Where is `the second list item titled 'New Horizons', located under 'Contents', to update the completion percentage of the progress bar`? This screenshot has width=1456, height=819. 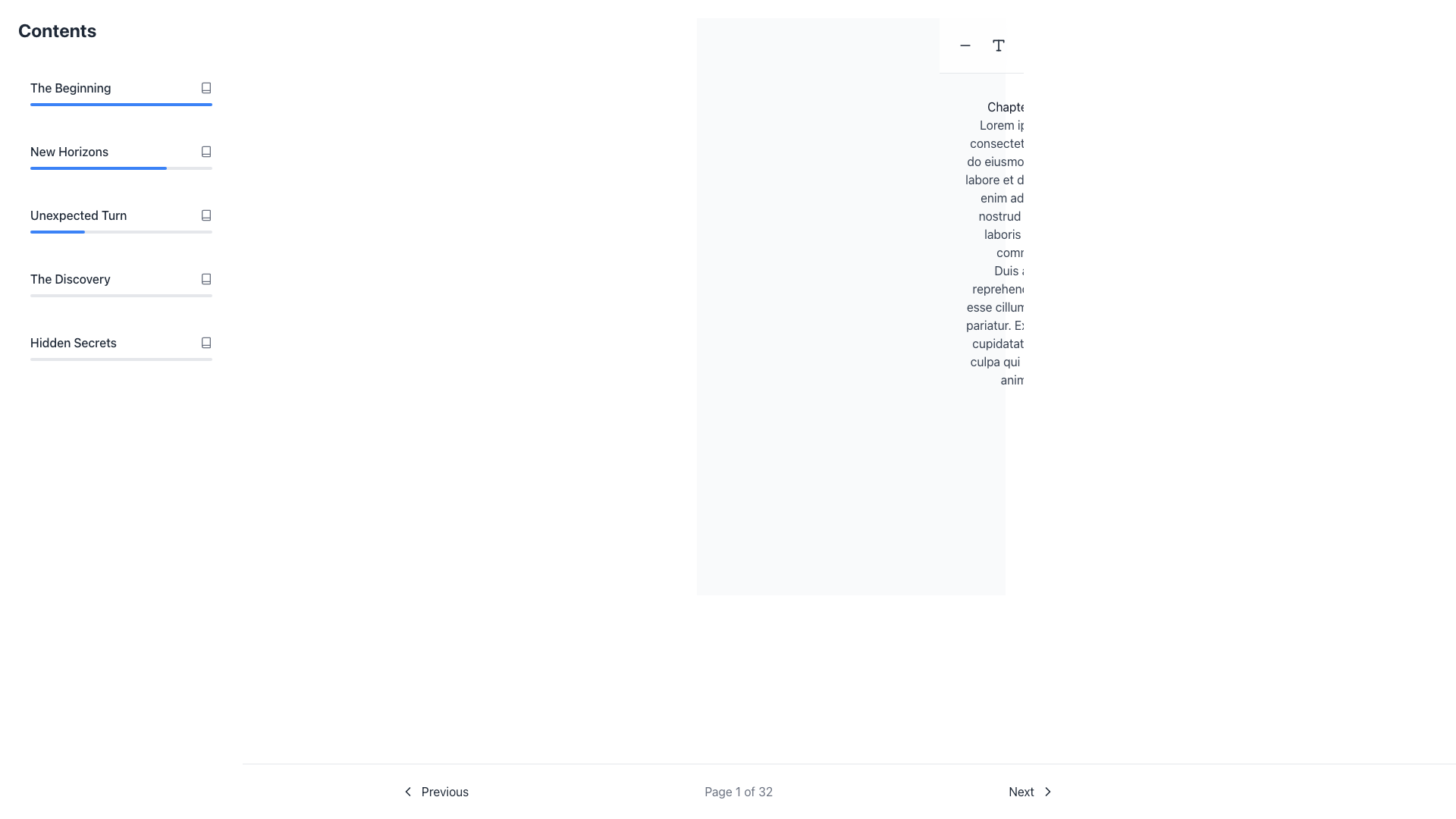 the second list item titled 'New Horizons', located under 'Contents', to update the completion percentage of the progress bar is located at coordinates (120, 155).